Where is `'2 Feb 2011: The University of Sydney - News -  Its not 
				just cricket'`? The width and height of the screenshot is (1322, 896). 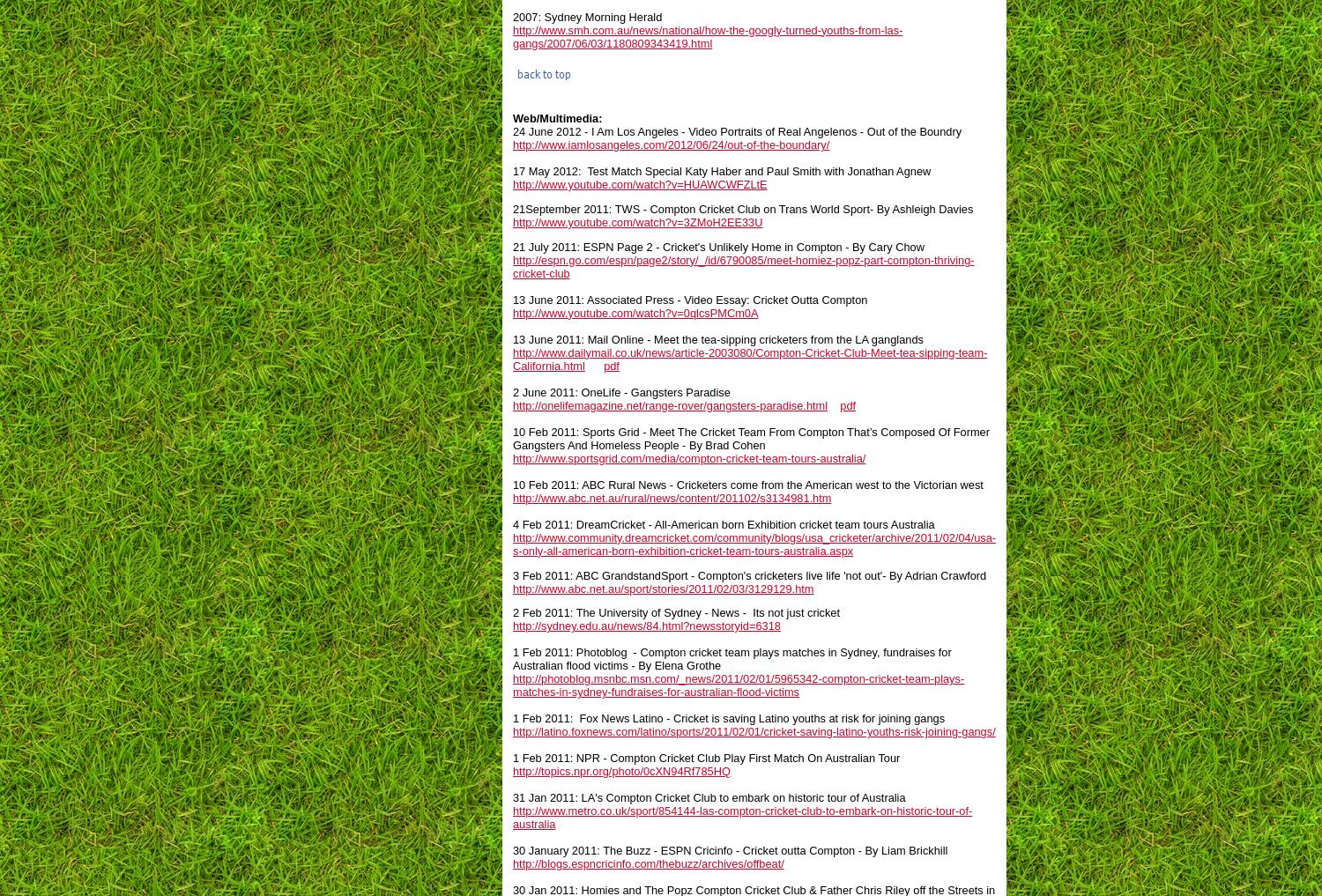
'2 Feb 2011: The University of Sydney - News -  Its not 
				just cricket' is located at coordinates (512, 611).